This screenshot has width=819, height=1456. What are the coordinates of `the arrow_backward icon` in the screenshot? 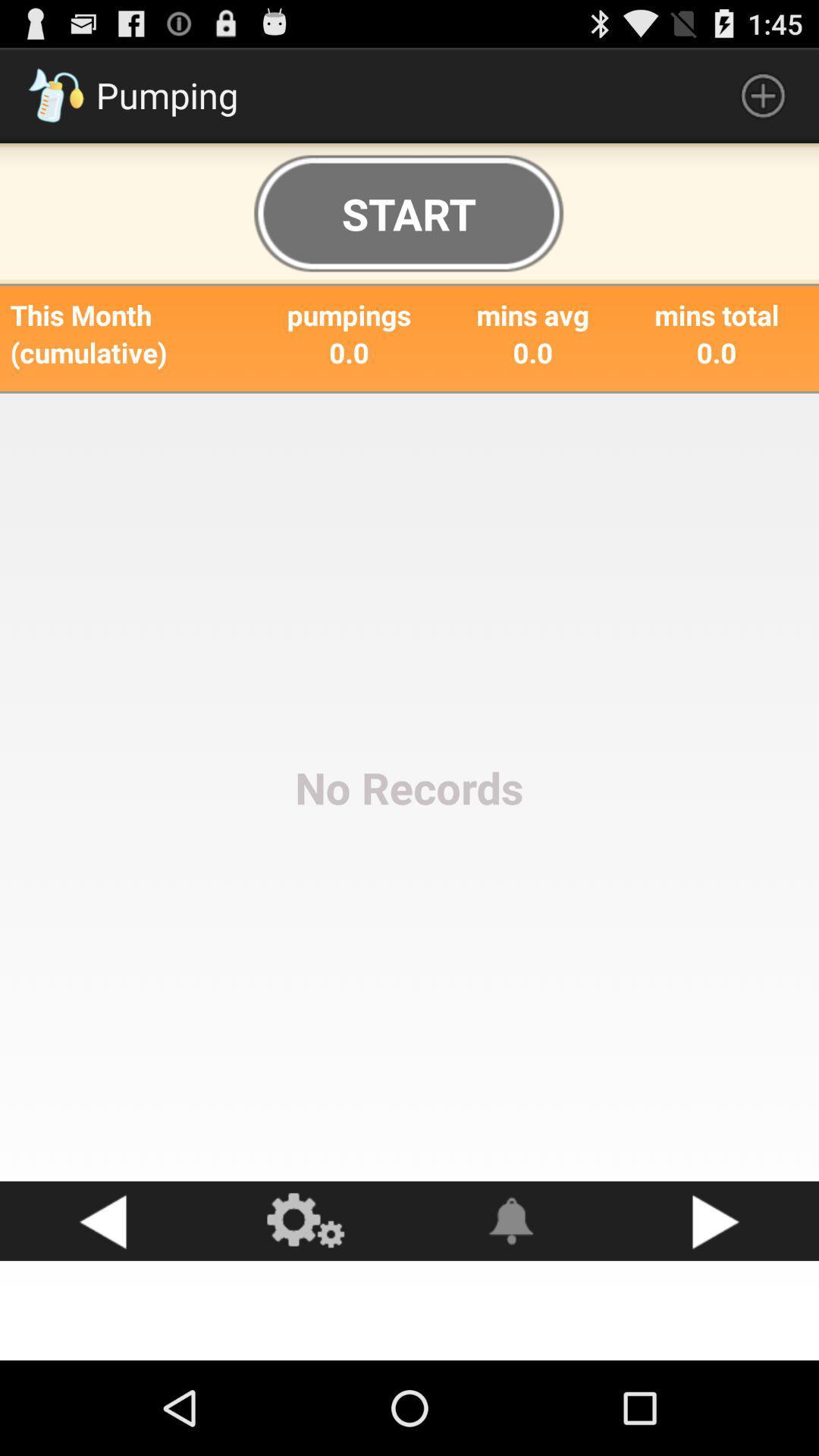 It's located at (102, 1306).